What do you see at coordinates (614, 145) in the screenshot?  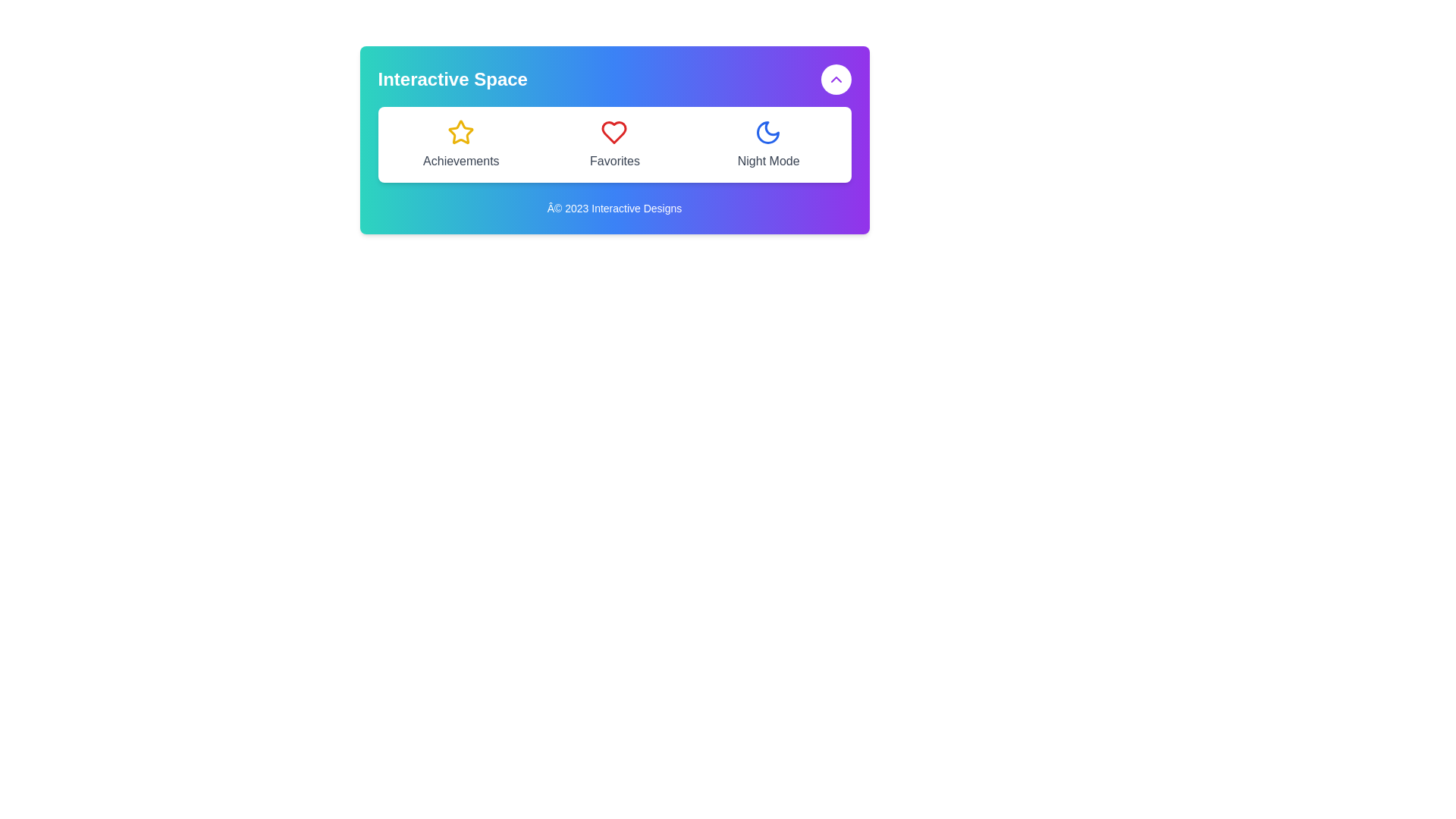 I see `the central icon and label in the navigation panel, which is associated with 'Favorites' represented by a red heart icon` at bounding box center [614, 145].